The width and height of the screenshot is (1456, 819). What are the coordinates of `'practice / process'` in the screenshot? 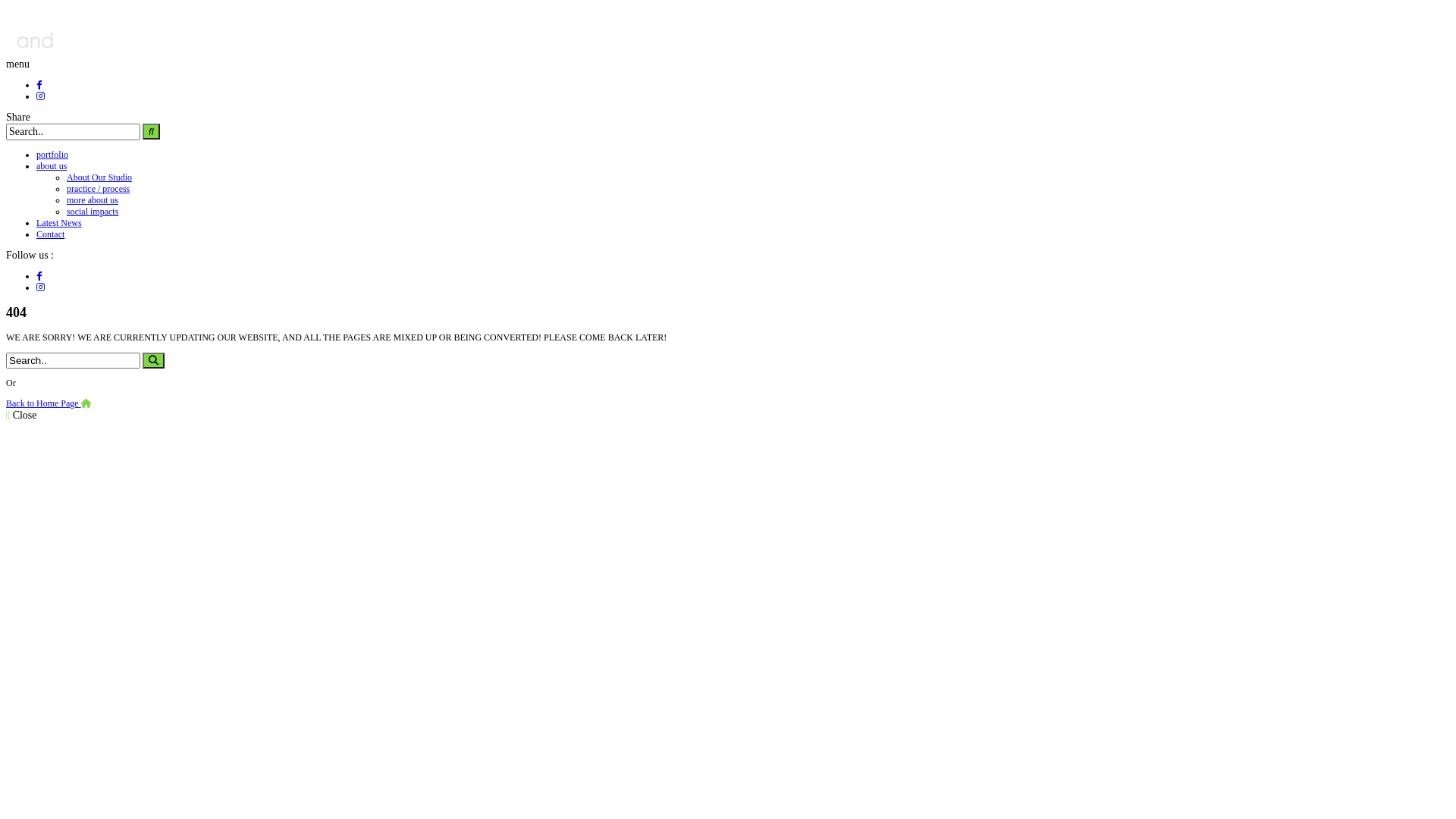 It's located at (97, 188).